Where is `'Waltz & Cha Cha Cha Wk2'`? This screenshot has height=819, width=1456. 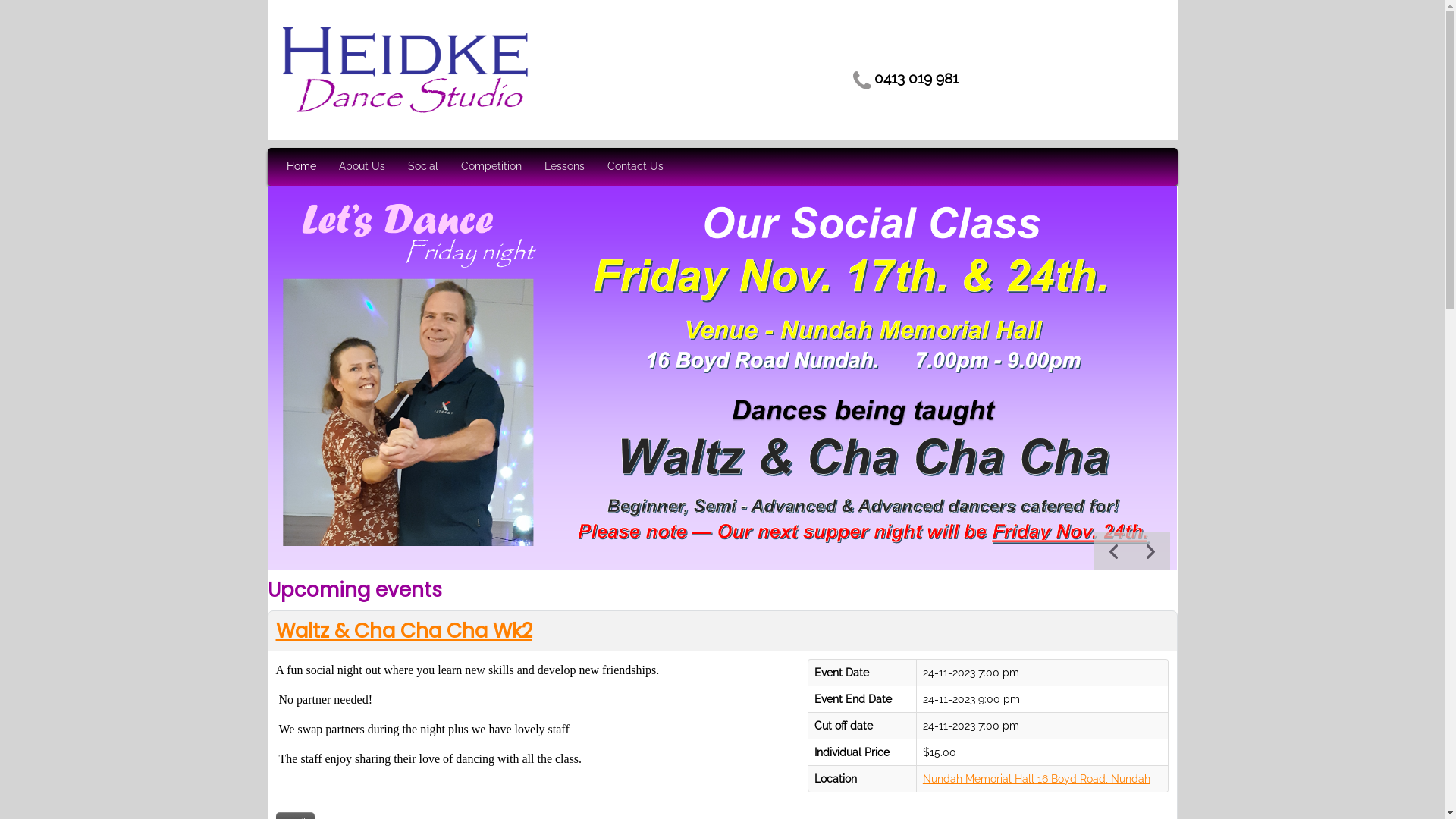
'Waltz & Cha Cha Cha Wk2' is located at coordinates (276, 631).